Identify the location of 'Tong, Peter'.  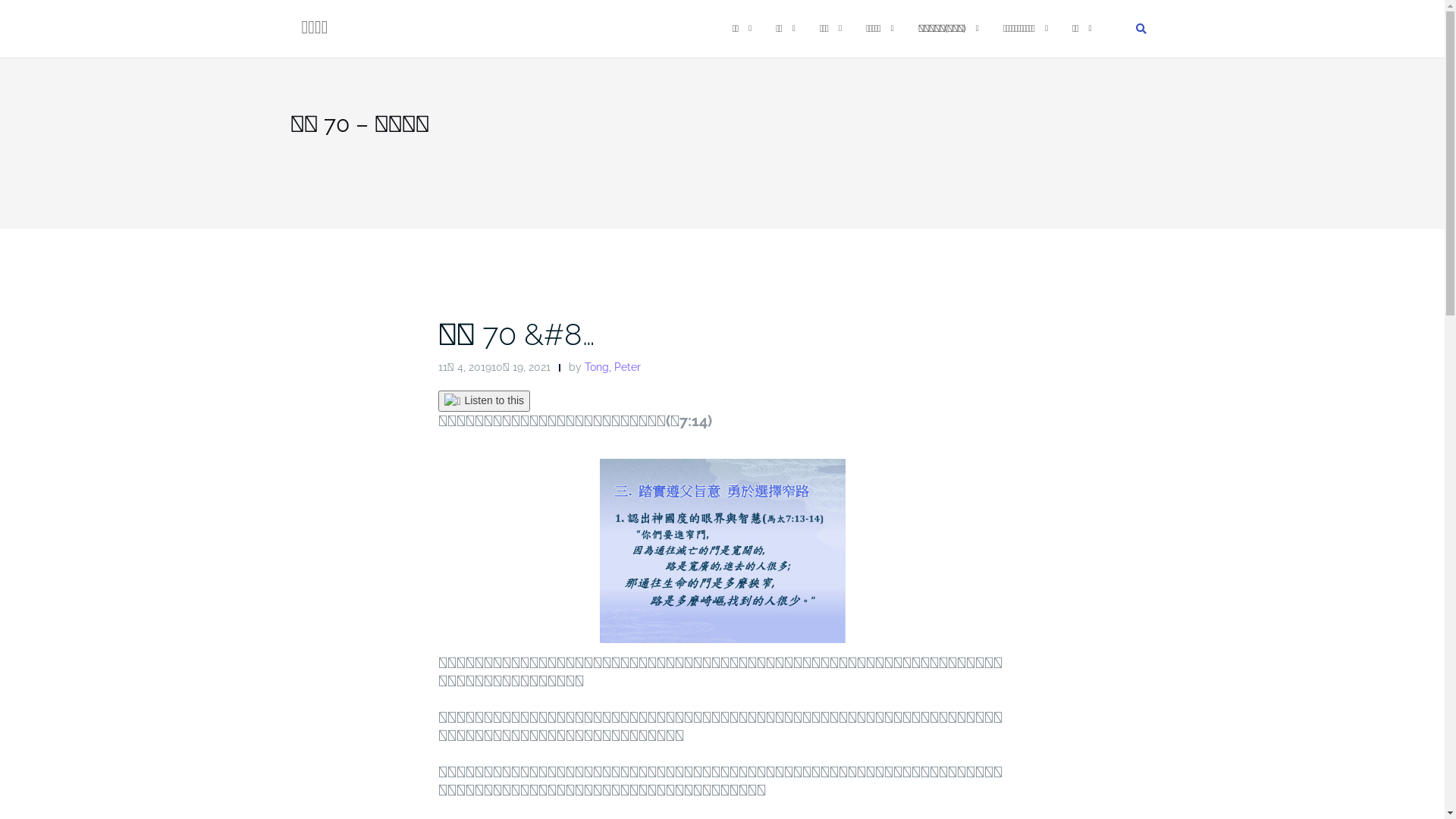
(611, 366).